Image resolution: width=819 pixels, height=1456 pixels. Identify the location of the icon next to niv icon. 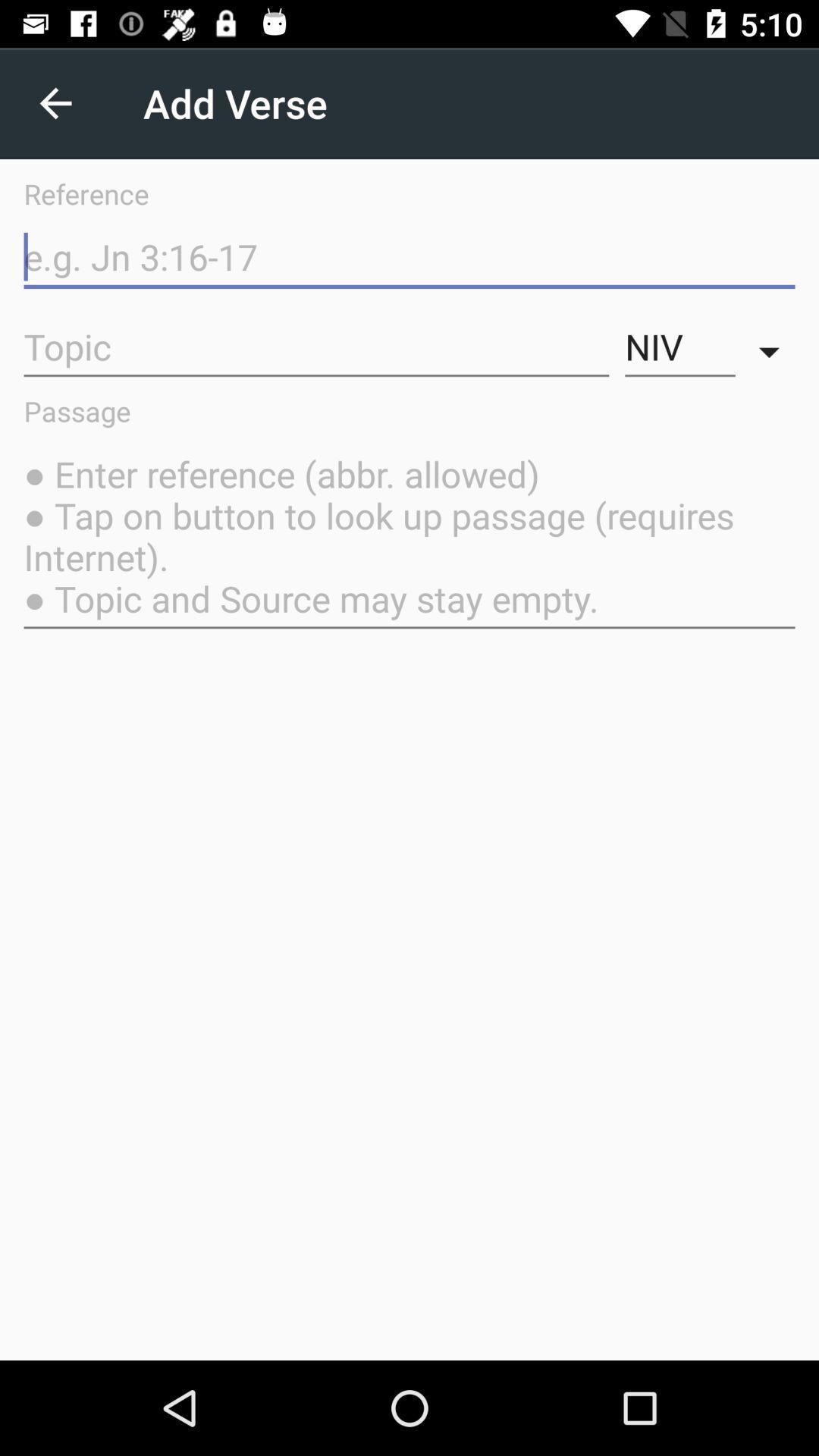
(315, 347).